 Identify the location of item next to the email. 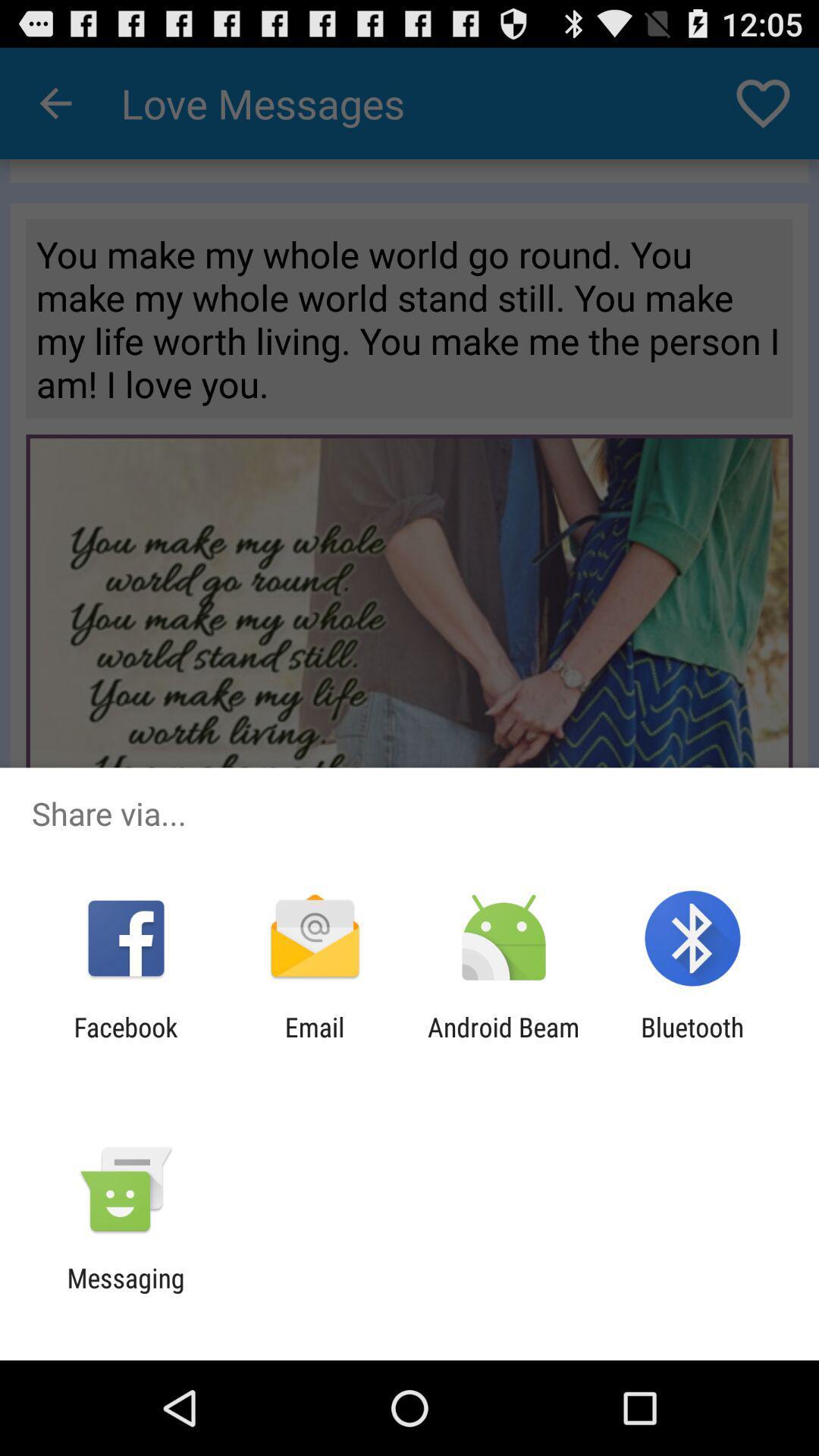
(125, 1042).